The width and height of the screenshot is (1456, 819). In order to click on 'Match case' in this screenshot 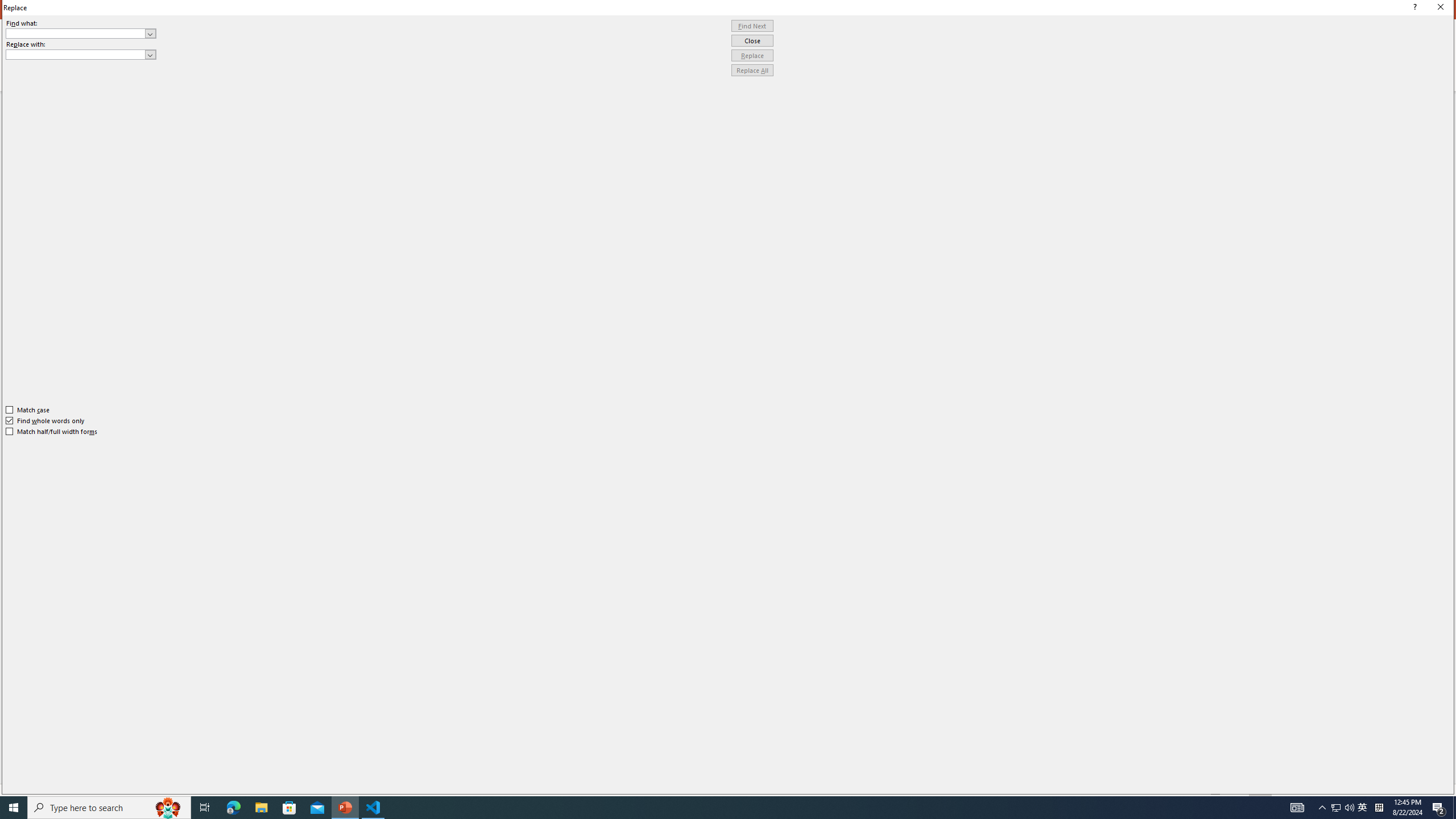, I will do `click(27, 409)`.